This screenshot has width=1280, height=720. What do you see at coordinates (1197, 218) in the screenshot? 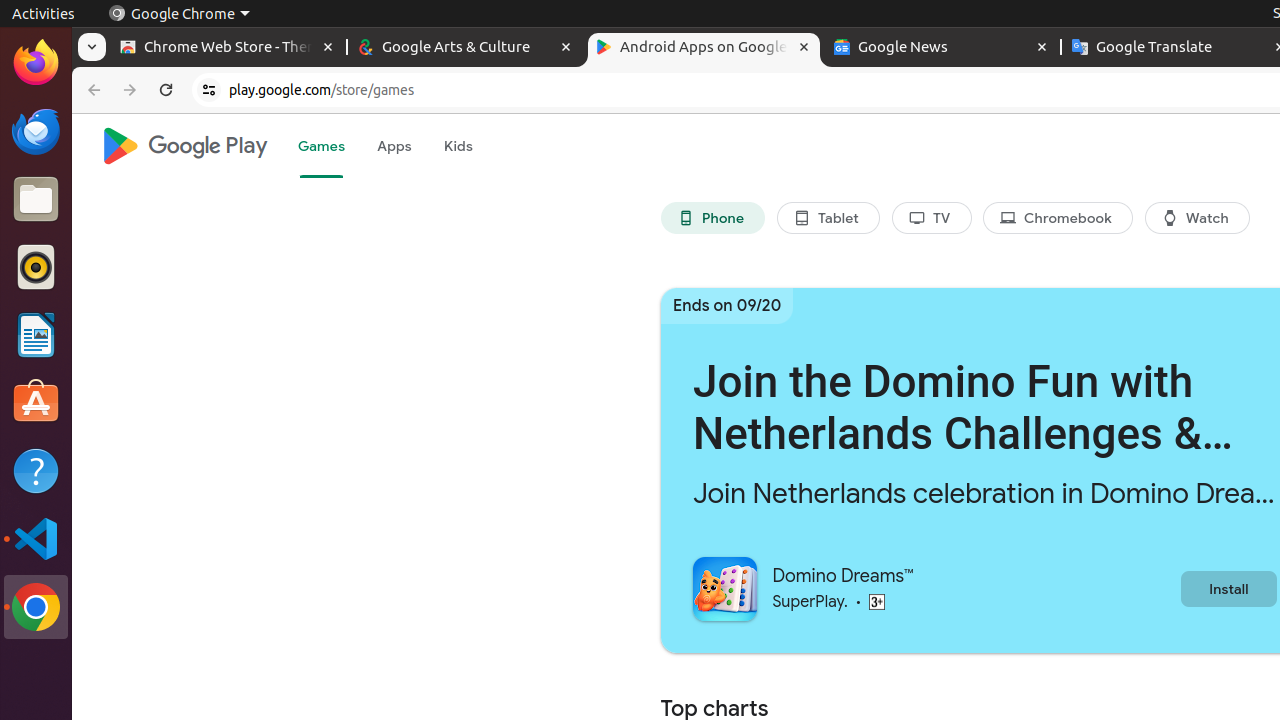
I see `'Watch'` at bounding box center [1197, 218].